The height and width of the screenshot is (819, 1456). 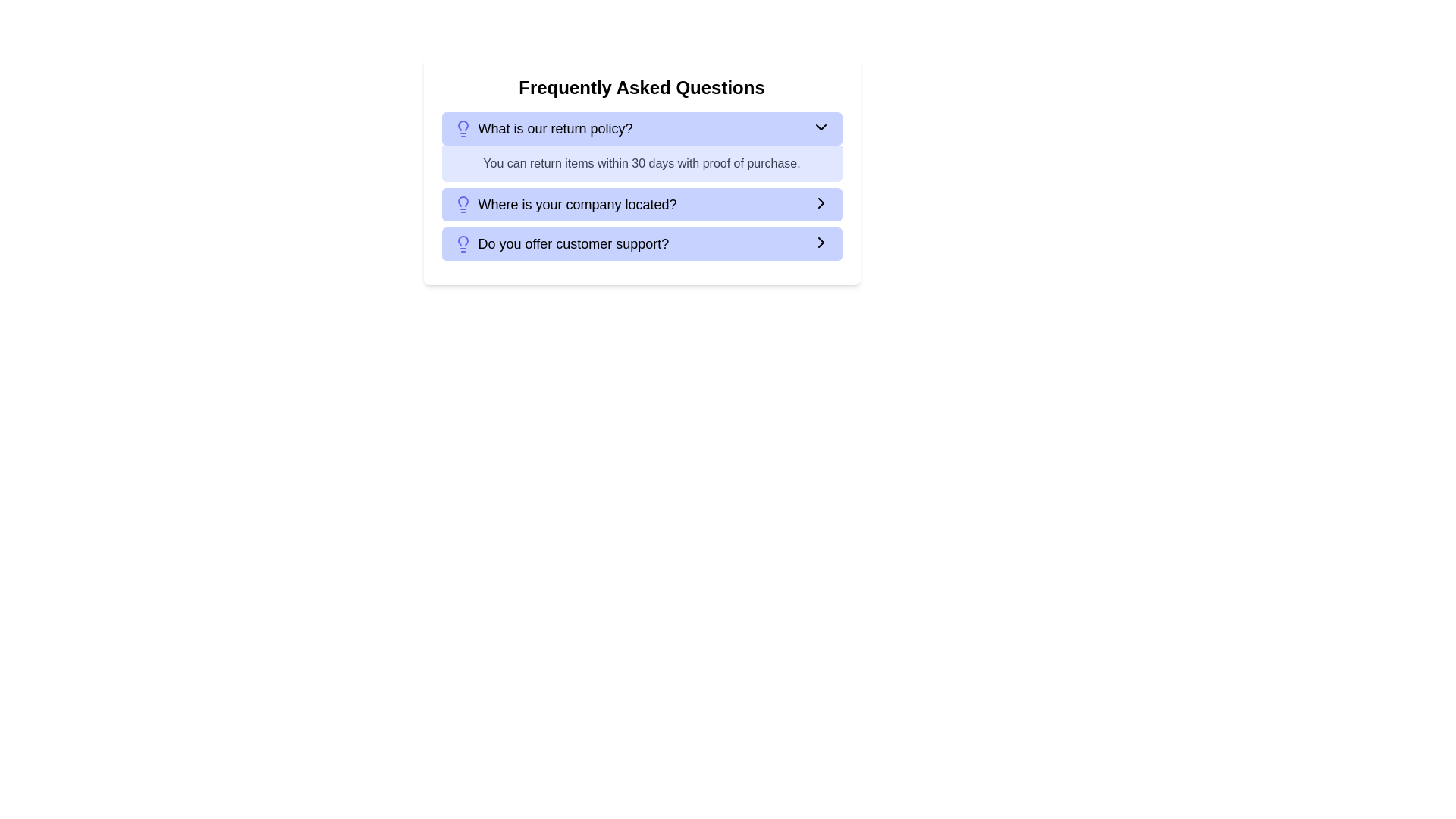 What do you see at coordinates (820, 202) in the screenshot?
I see `the rightward pointing chevron icon located to the right of the text 'Where is your company located?' in the blue background box` at bounding box center [820, 202].